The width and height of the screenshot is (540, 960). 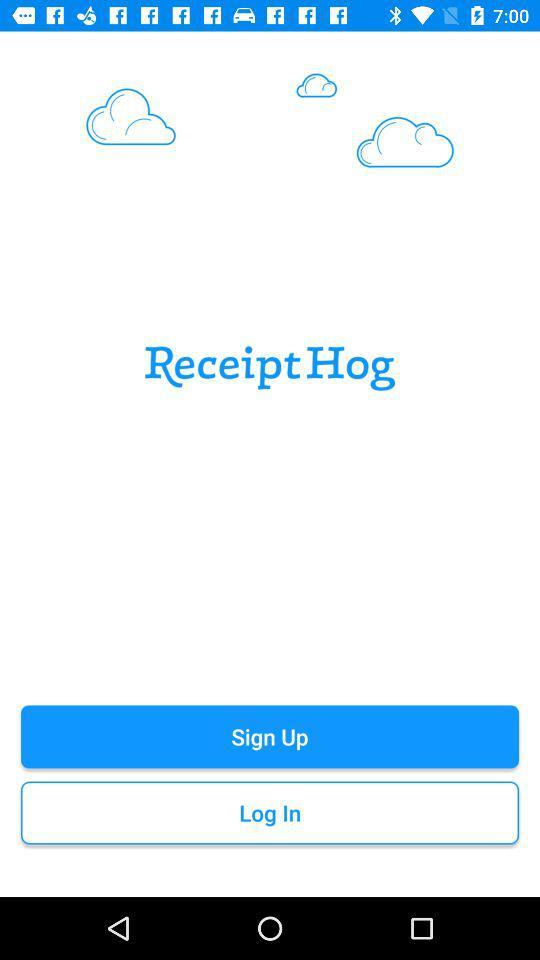 What do you see at coordinates (270, 735) in the screenshot?
I see `the sign up icon` at bounding box center [270, 735].